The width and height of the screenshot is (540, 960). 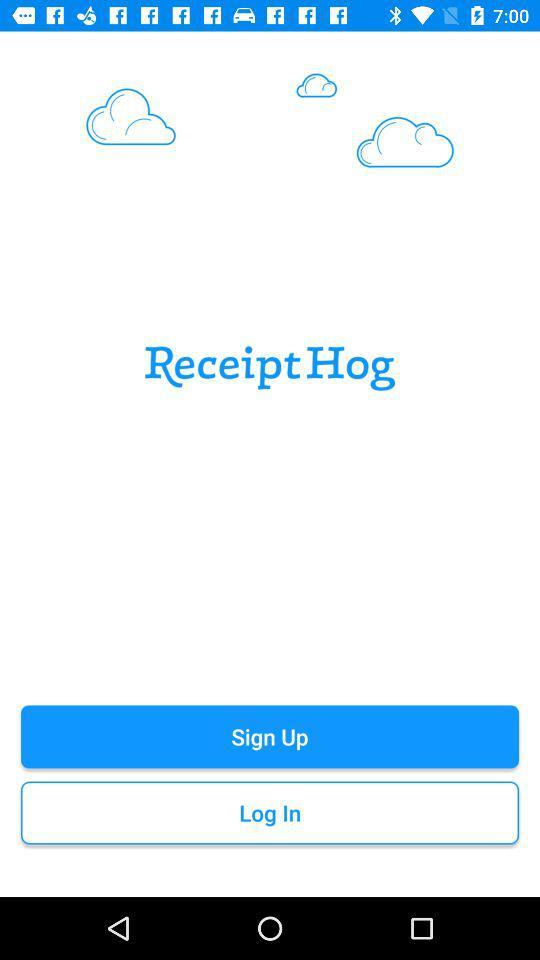 What do you see at coordinates (270, 735) in the screenshot?
I see `the sign up icon` at bounding box center [270, 735].